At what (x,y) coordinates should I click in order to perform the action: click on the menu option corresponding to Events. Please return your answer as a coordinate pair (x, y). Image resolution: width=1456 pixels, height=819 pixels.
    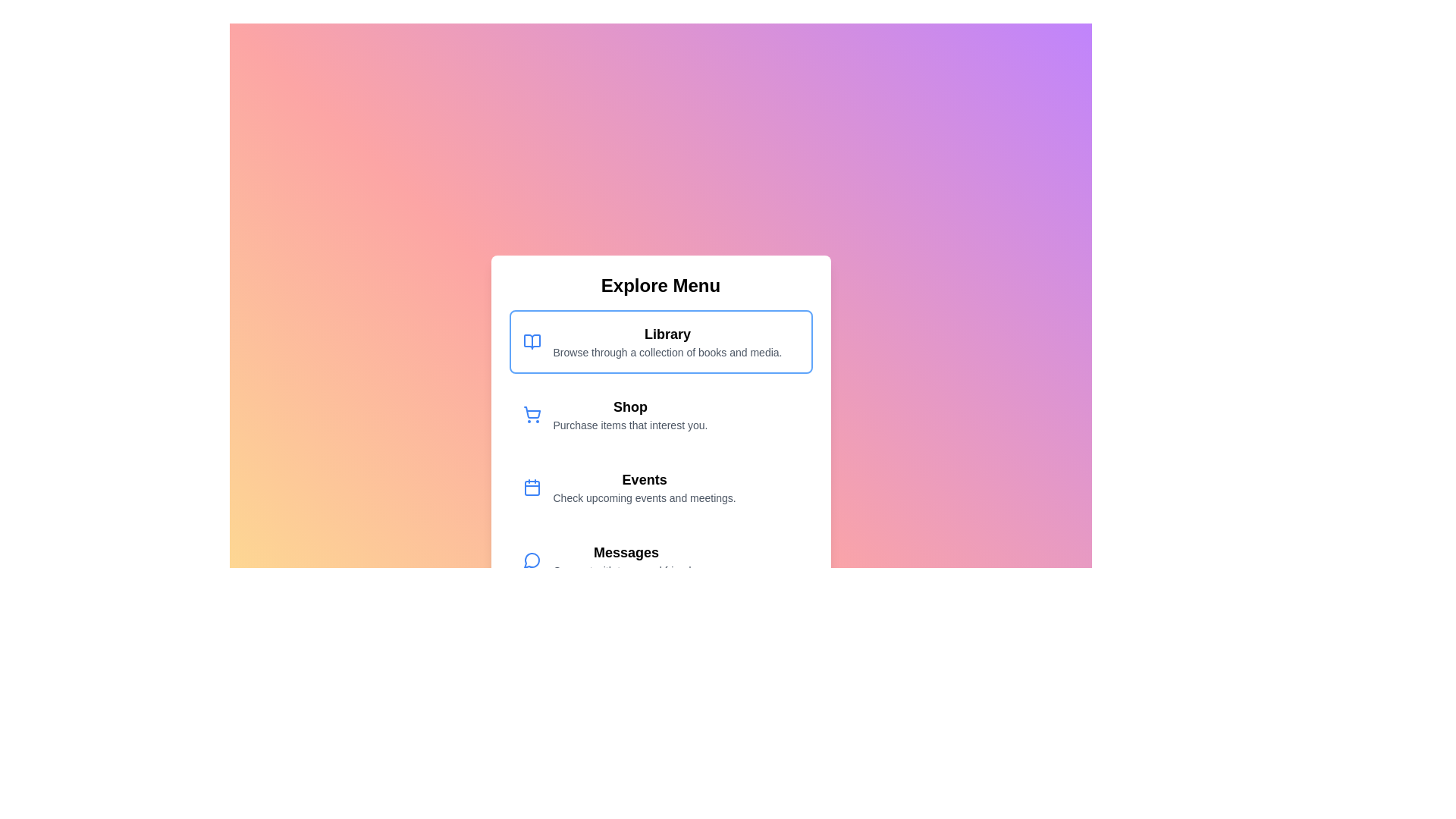
    Looking at the image, I should click on (661, 488).